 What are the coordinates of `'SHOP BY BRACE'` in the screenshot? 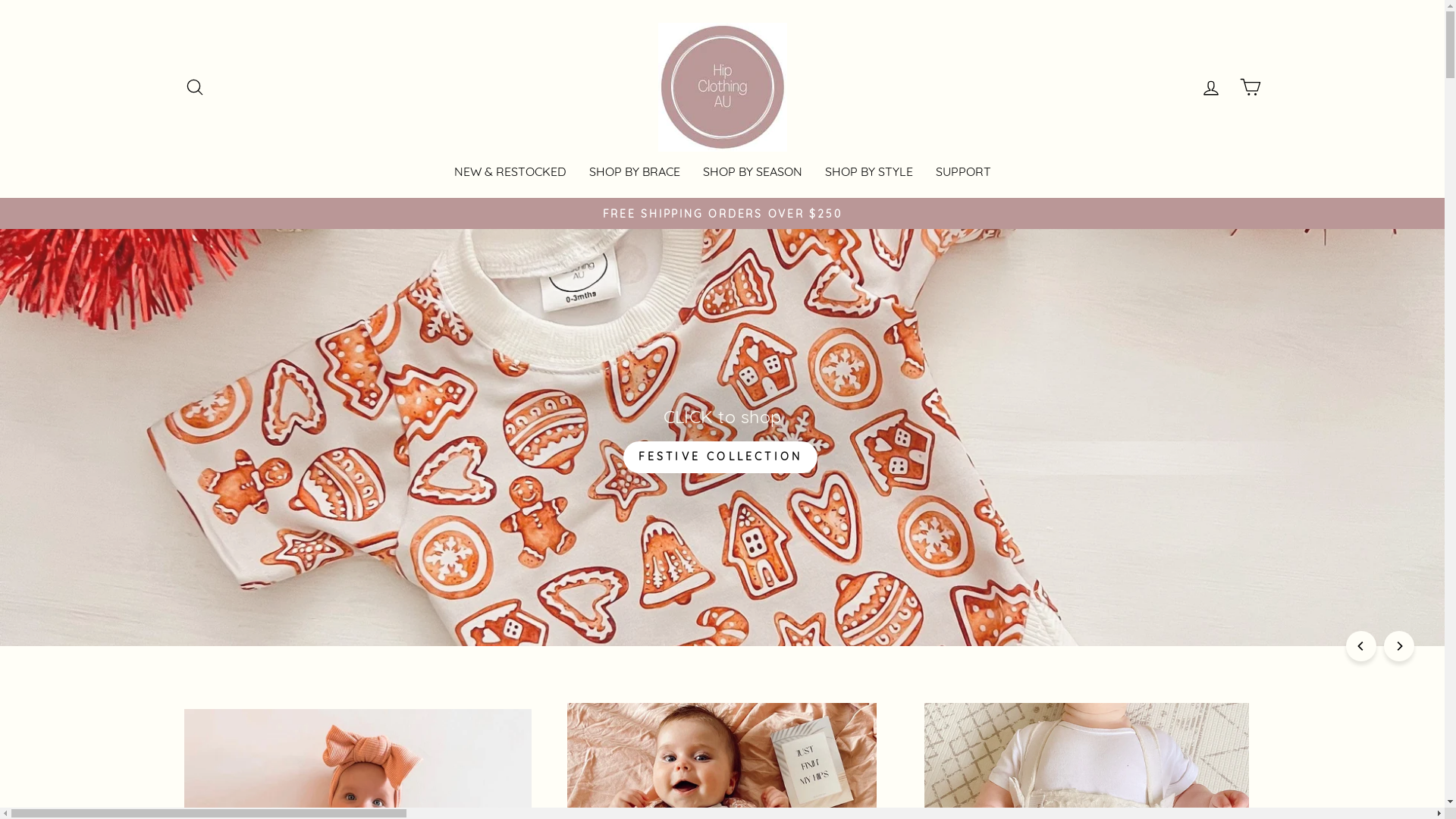 It's located at (577, 171).